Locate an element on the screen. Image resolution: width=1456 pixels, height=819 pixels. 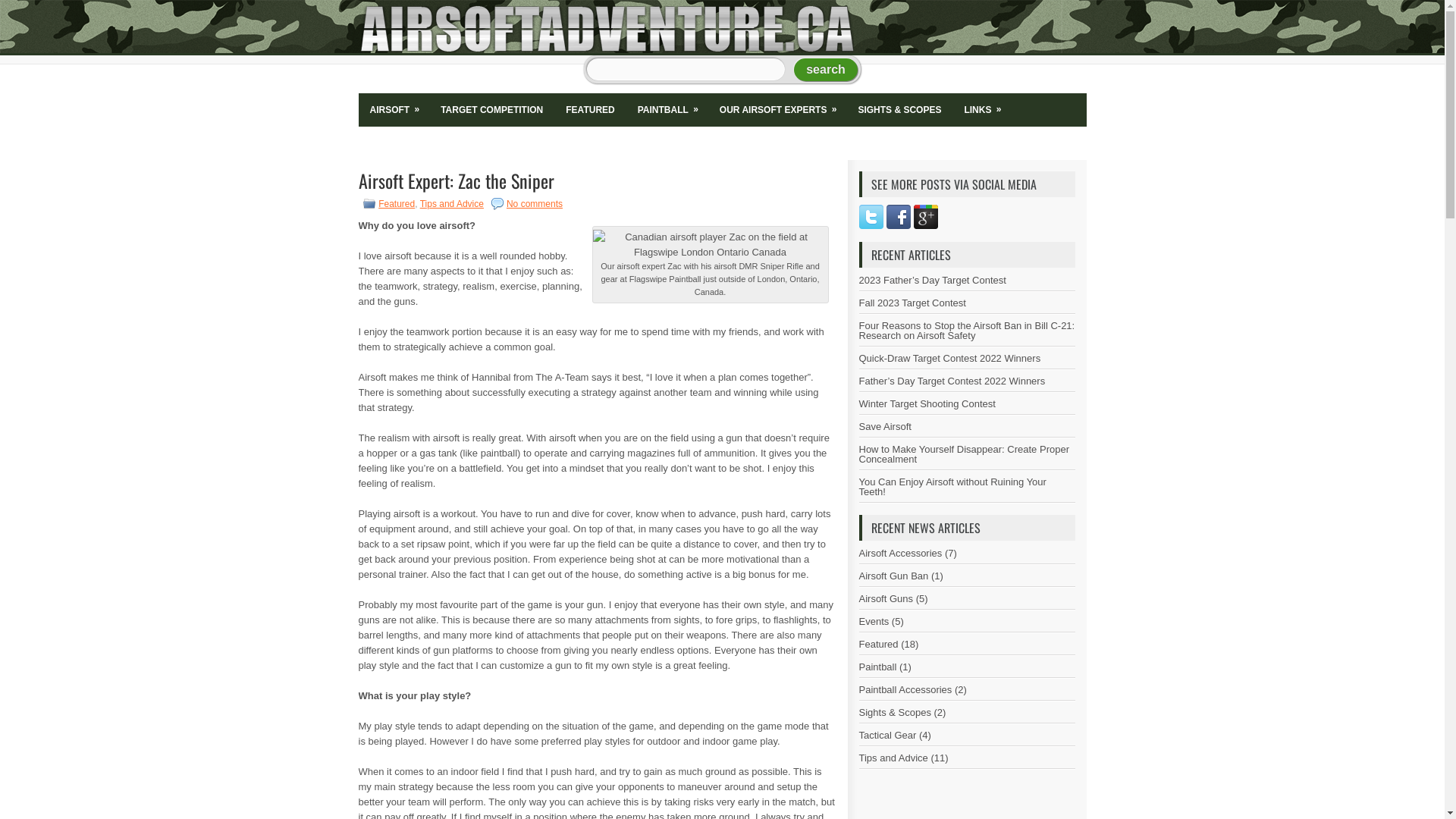
'Fall 2023 Target Contest' is located at coordinates (911, 303).